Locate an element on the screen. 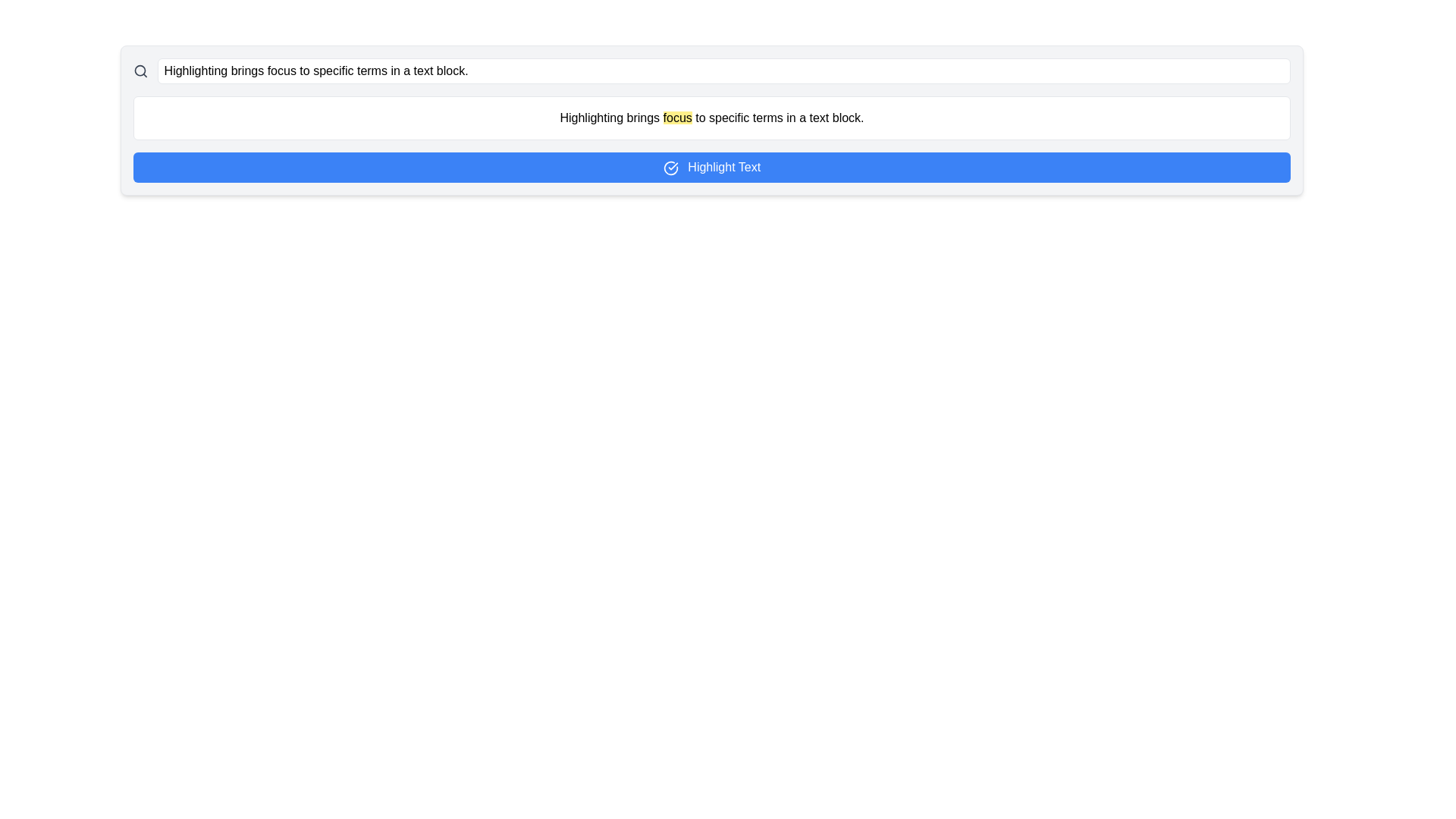 The height and width of the screenshot is (819, 1456). the icon located to the left of the 'Highlight Text' button, which serves as a visual indicator for the action is located at coordinates (670, 168).